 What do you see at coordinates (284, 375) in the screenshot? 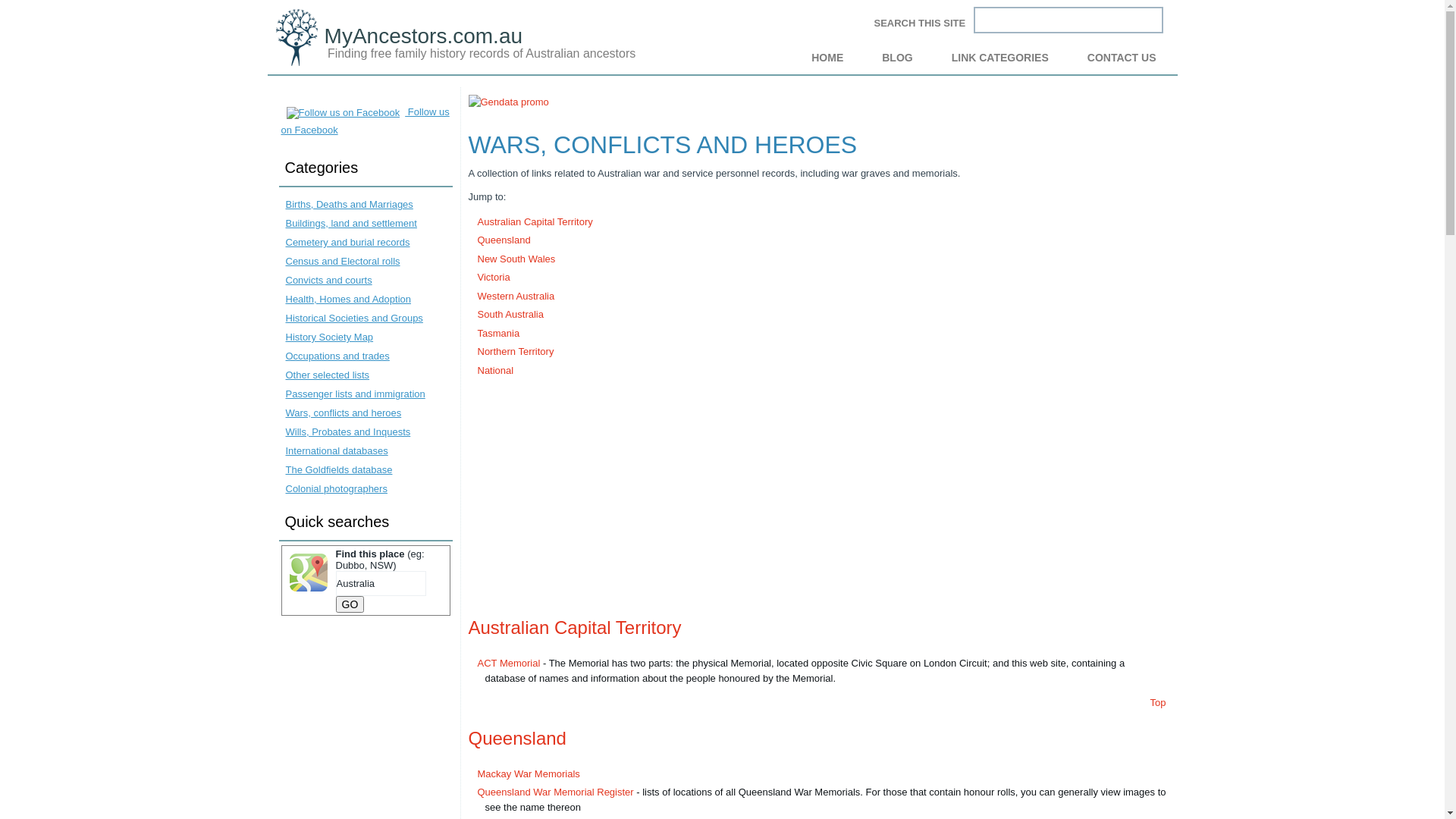
I see `'Other selected lists'` at bounding box center [284, 375].